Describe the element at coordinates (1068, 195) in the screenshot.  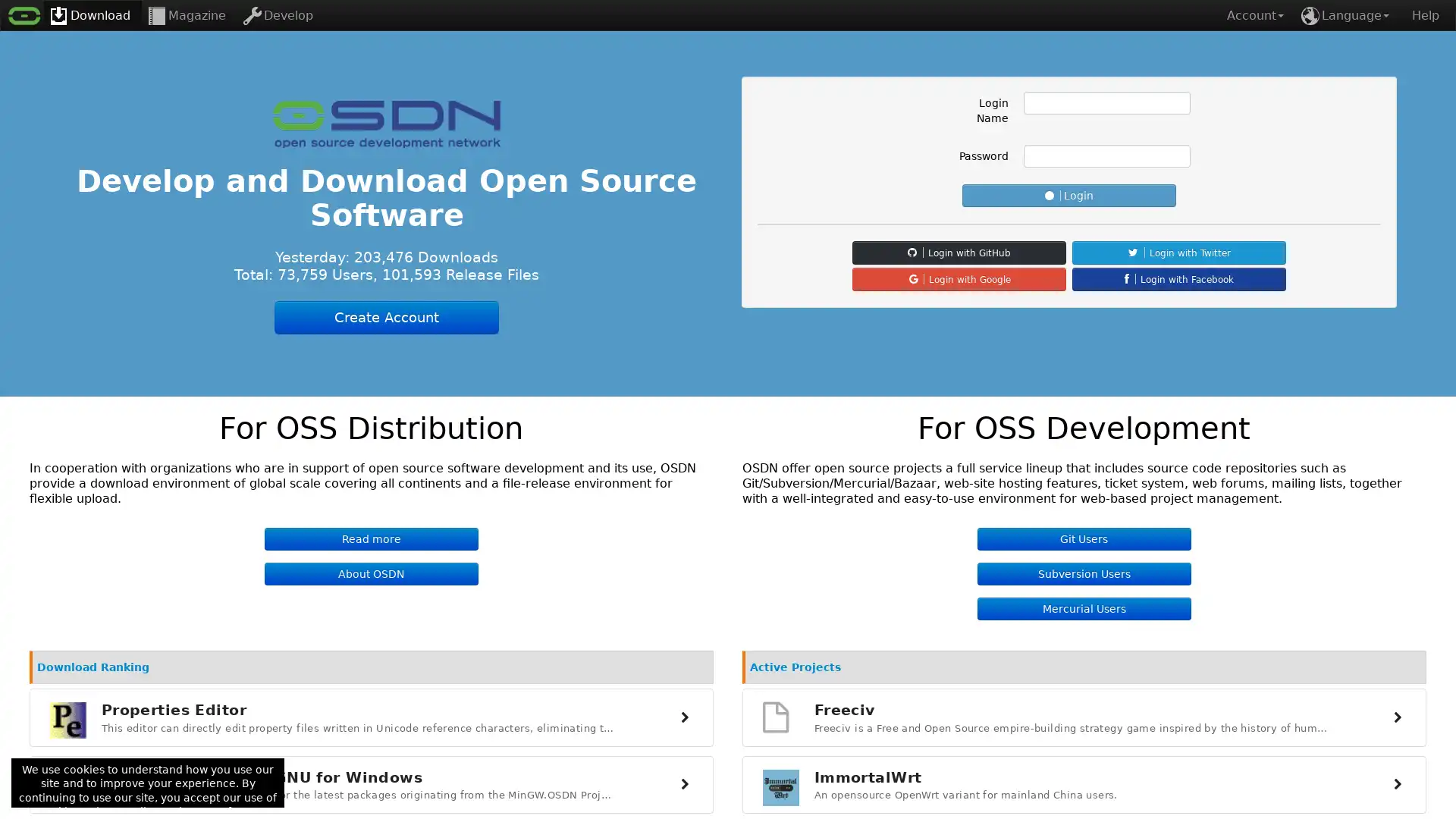
I see `Login` at that location.